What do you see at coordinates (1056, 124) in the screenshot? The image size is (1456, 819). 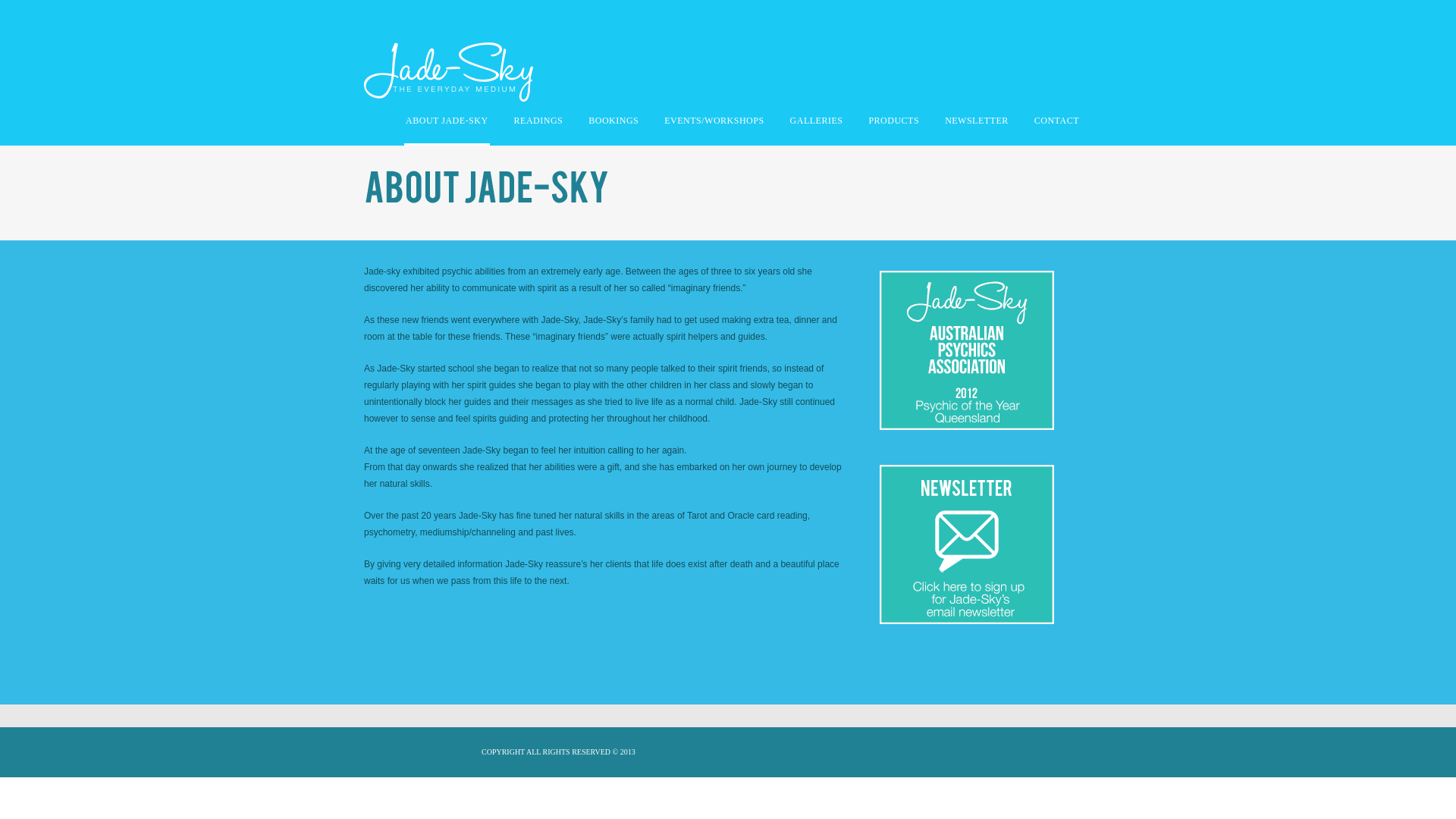 I see `'CONTACT'` at bounding box center [1056, 124].